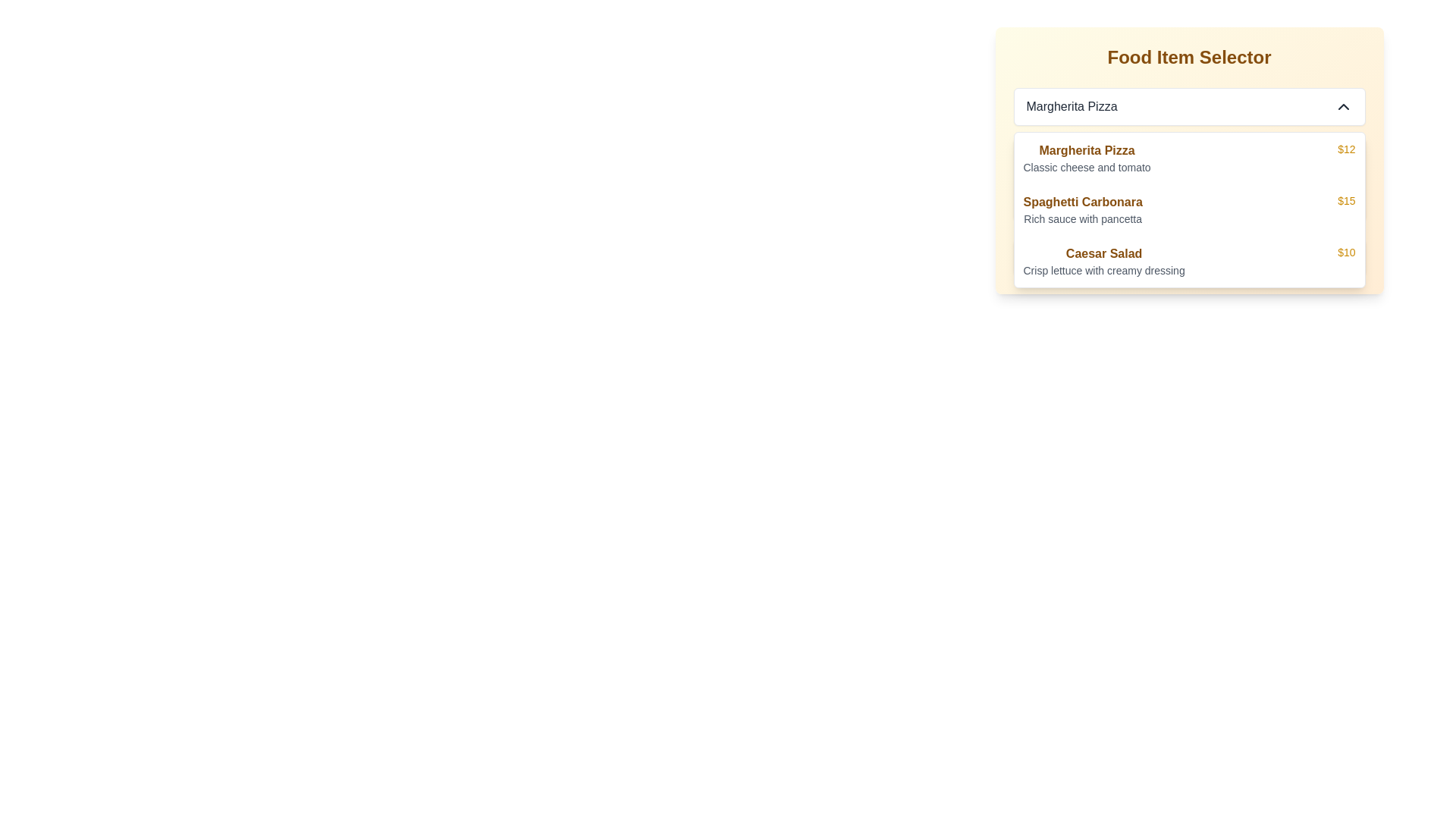 This screenshot has height=819, width=1456. What do you see at coordinates (1346, 210) in the screenshot?
I see `the price text label displaying '$15' located on the right side of the 'Spaghetti Carbonara' menu item` at bounding box center [1346, 210].